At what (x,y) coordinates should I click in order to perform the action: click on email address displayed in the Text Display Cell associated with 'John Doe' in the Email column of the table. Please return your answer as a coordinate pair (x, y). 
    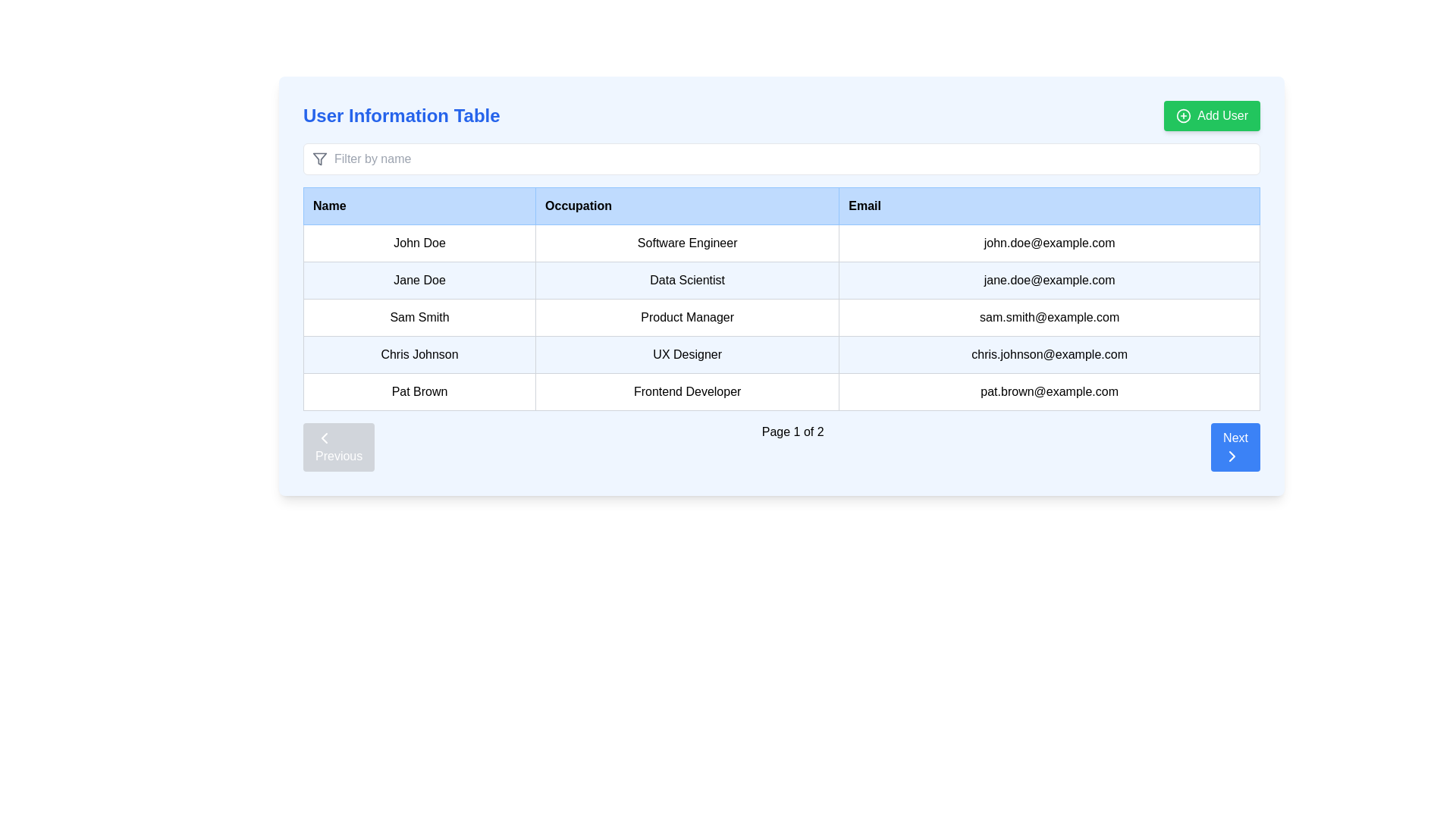
    Looking at the image, I should click on (1049, 242).